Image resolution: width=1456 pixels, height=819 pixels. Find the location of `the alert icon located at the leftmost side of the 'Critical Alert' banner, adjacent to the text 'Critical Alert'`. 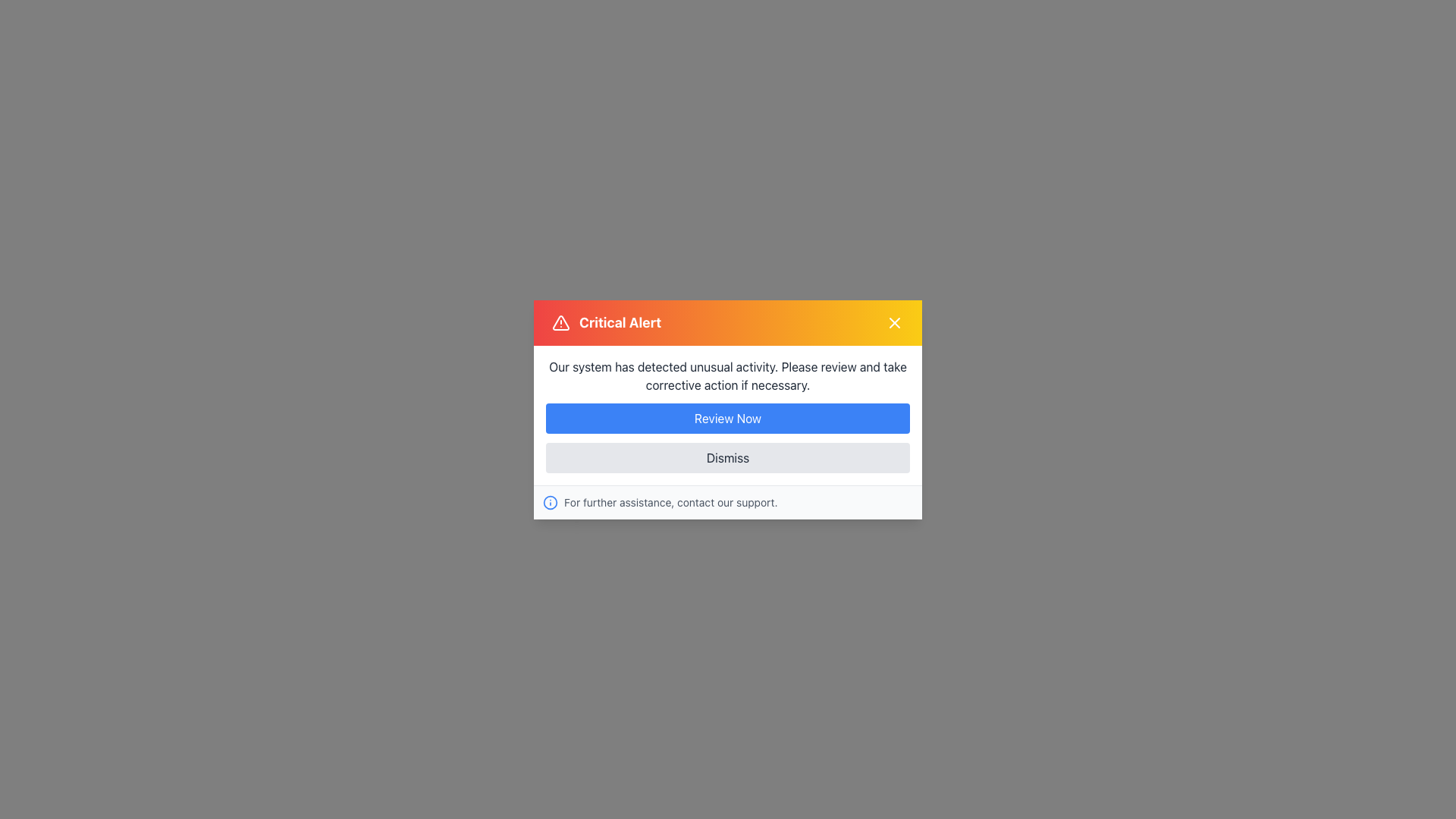

the alert icon located at the leftmost side of the 'Critical Alert' banner, adjacent to the text 'Critical Alert' is located at coordinates (560, 321).